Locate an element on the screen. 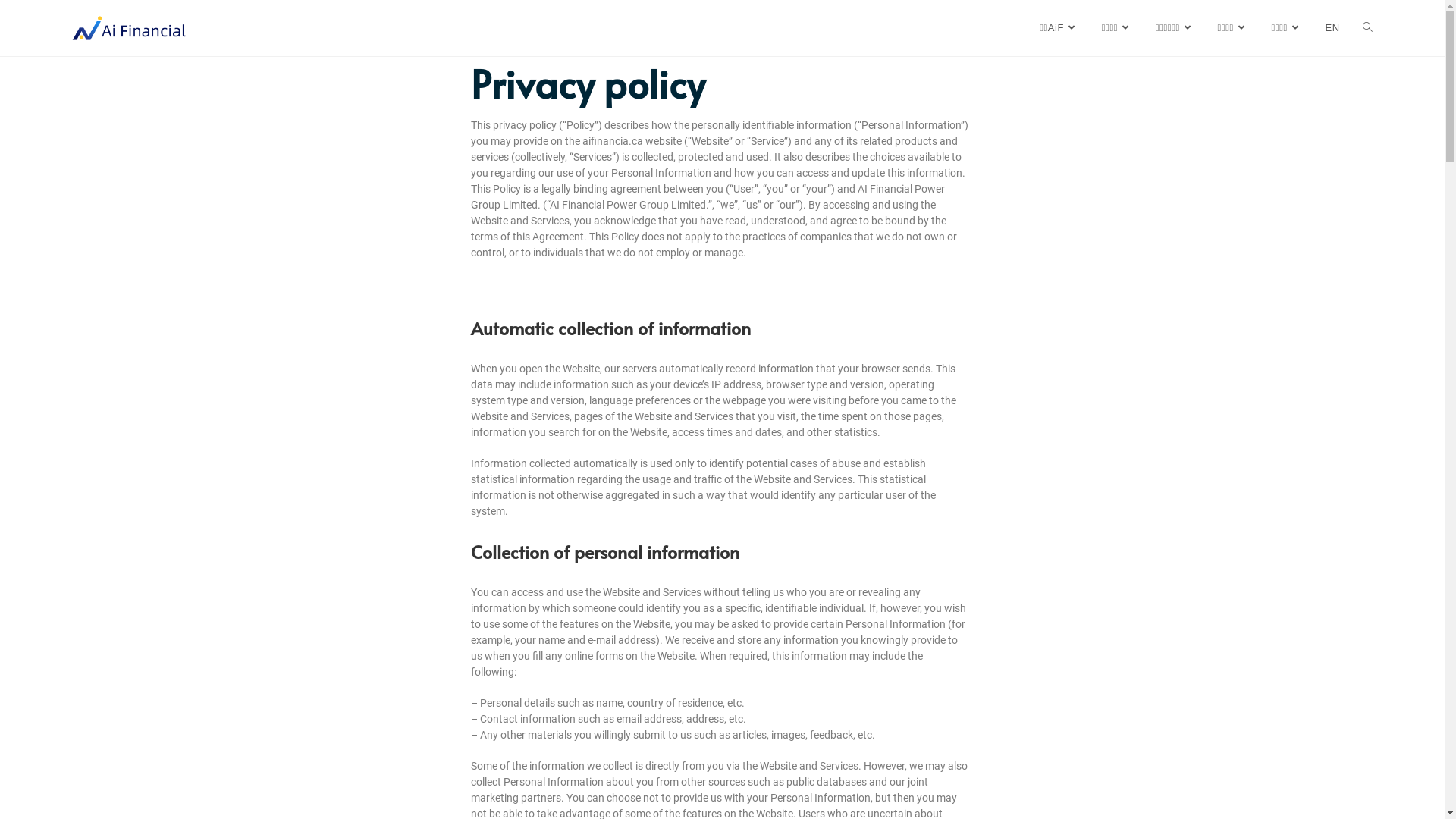 The height and width of the screenshot is (819, 1456). 'EN' is located at coordinates (1331, 28).